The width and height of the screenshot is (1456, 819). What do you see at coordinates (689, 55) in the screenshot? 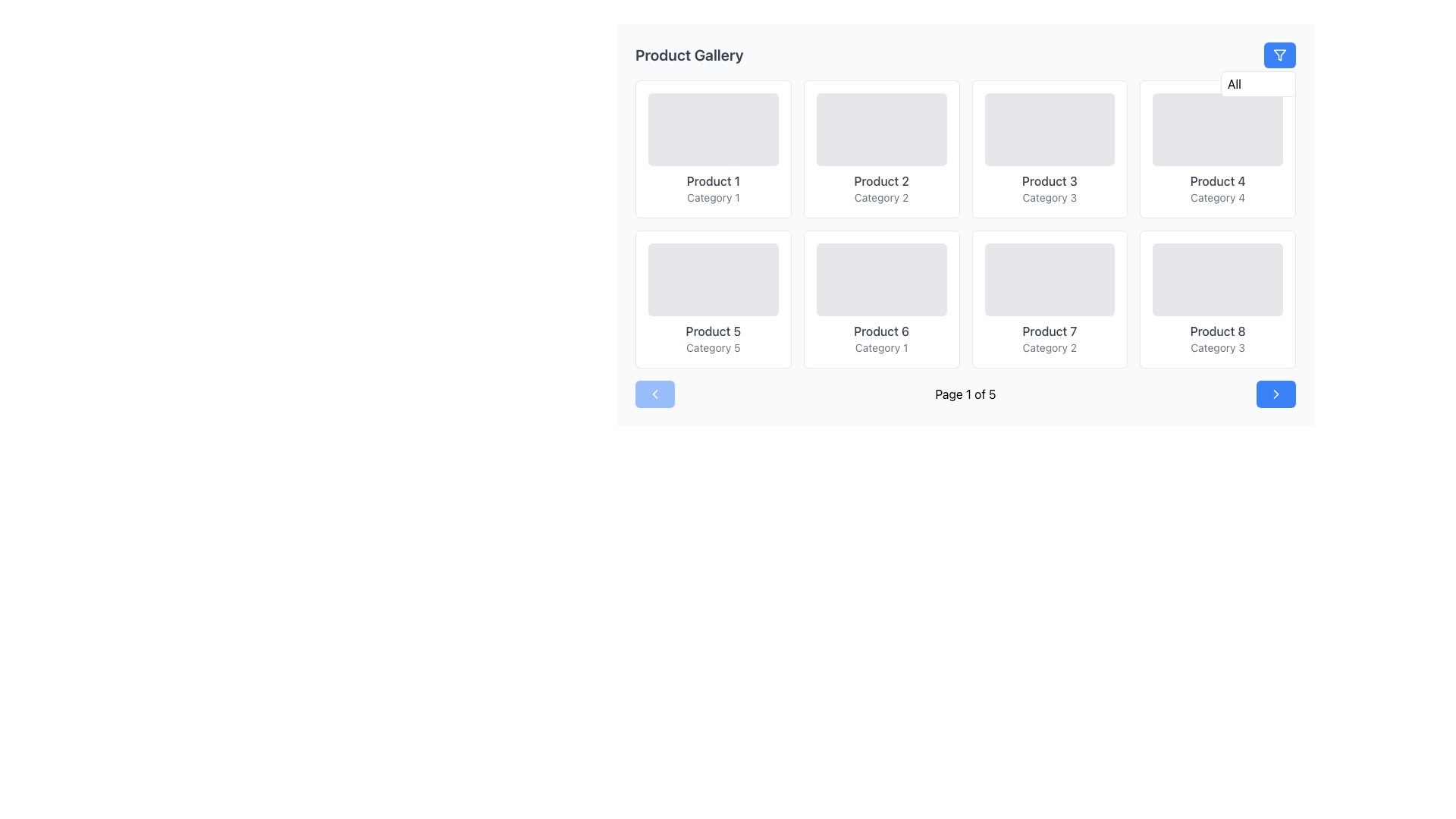
I see `the 'Product Gallery' heading text, which is styled in bold gray font and located at the top-left corner of the interface` at bounding box center [689, 55].